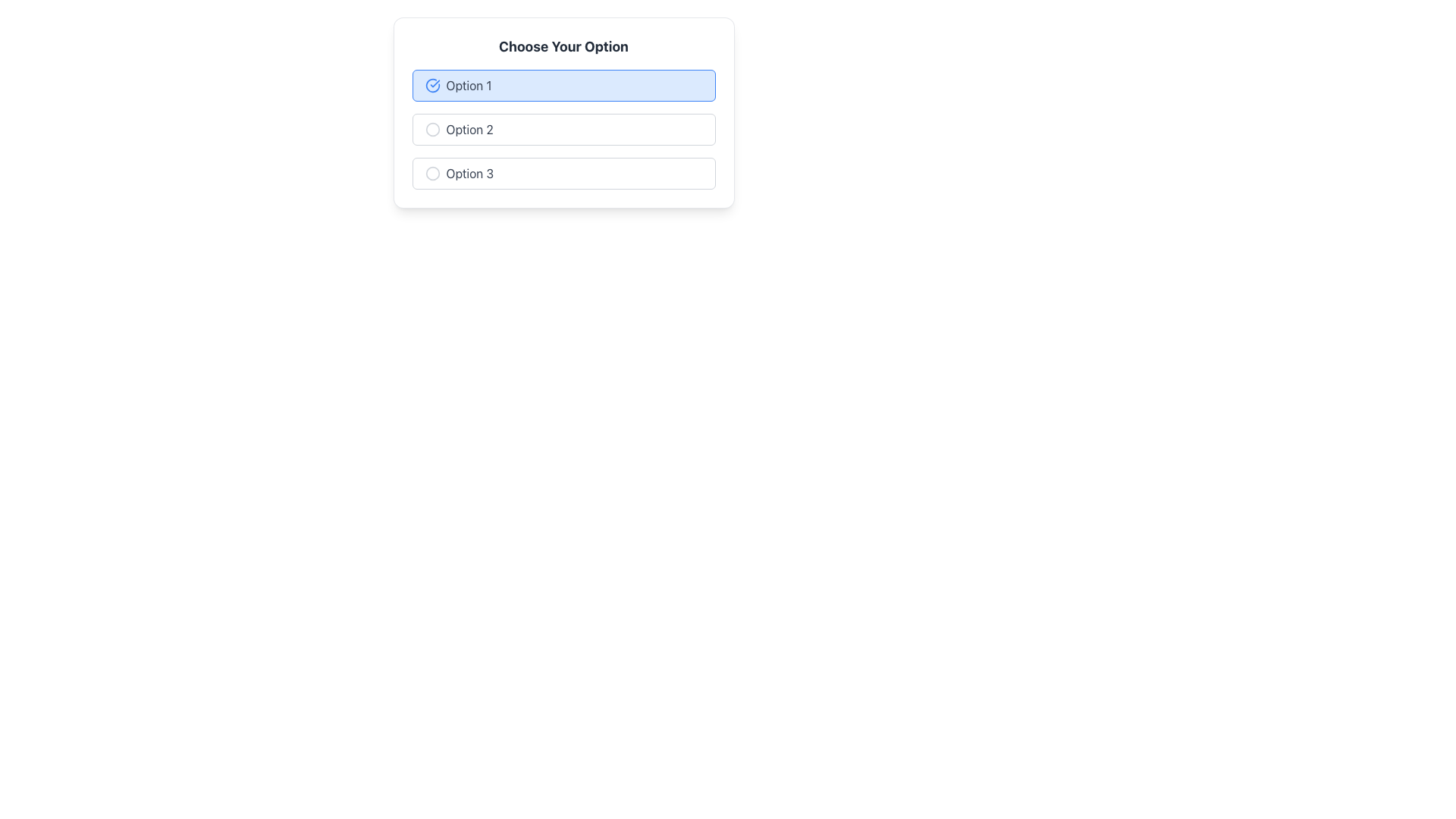 This screenshot has width=1456, height=819. What do you see at coordinates (431, 128) in the screenshot?
I see `the unfilled circular radio button located to the left of the label 'Option 2'` at bounding box center [431, 128].